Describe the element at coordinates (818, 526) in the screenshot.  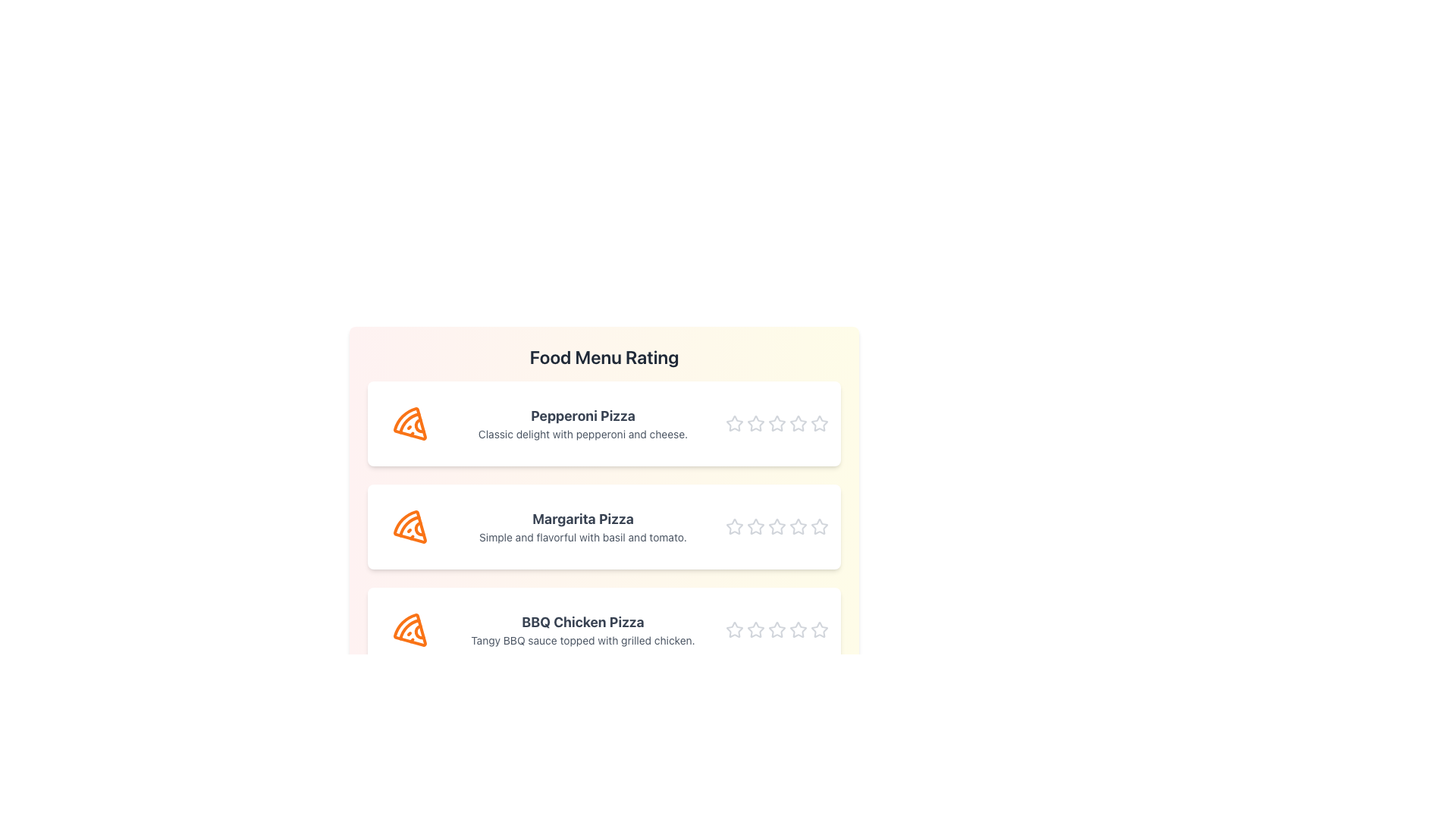
I see `the fourth star in the star rating interface for 'Margarita Pizza'` at that location.